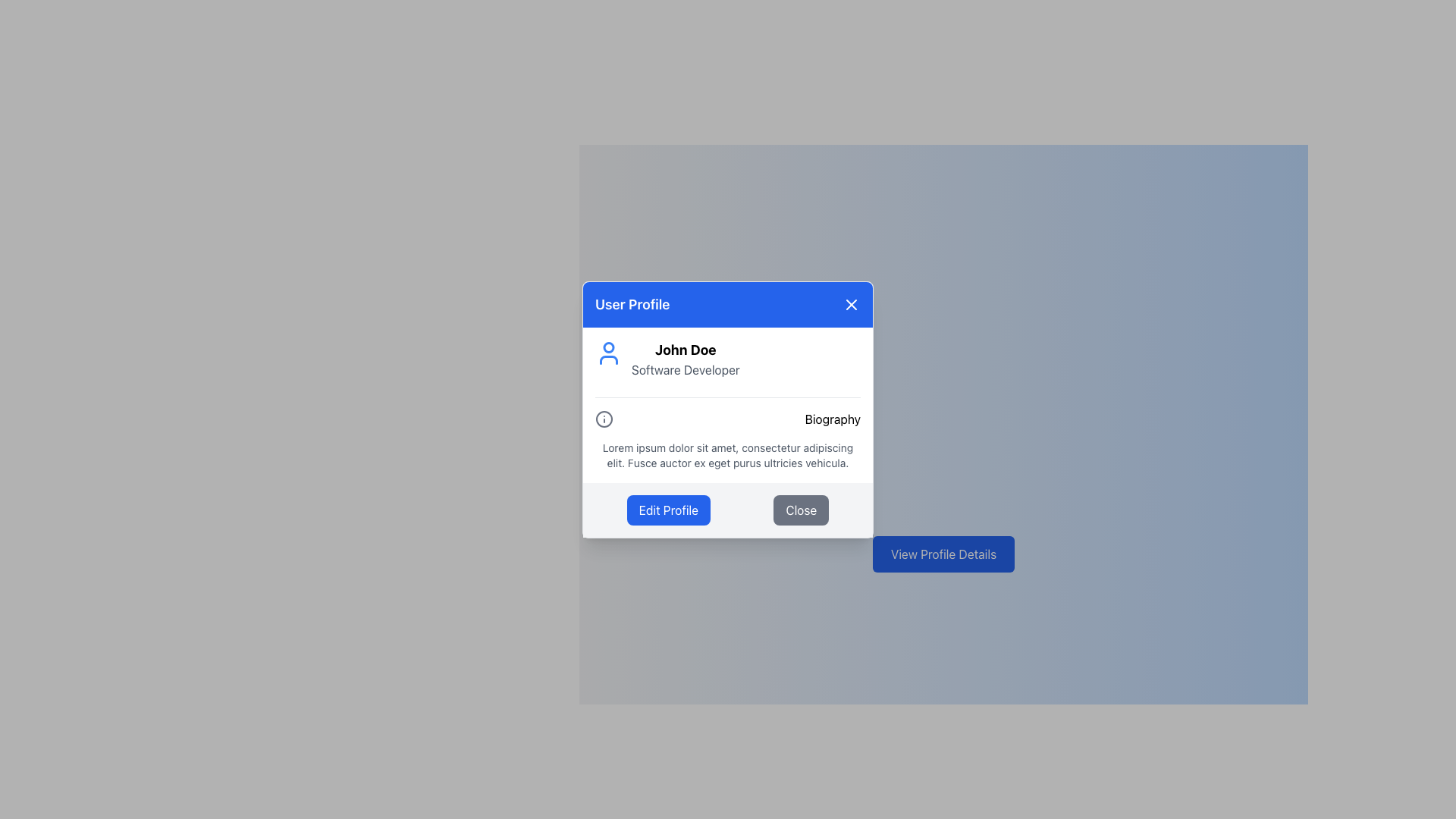 Image resolution: width=1456 pixels, height=819 pixels. I want to click on the static decorative icon representing the user profile, located at the center of the user profile modal dialog box, which enhances visual identification, so click(608, 359).